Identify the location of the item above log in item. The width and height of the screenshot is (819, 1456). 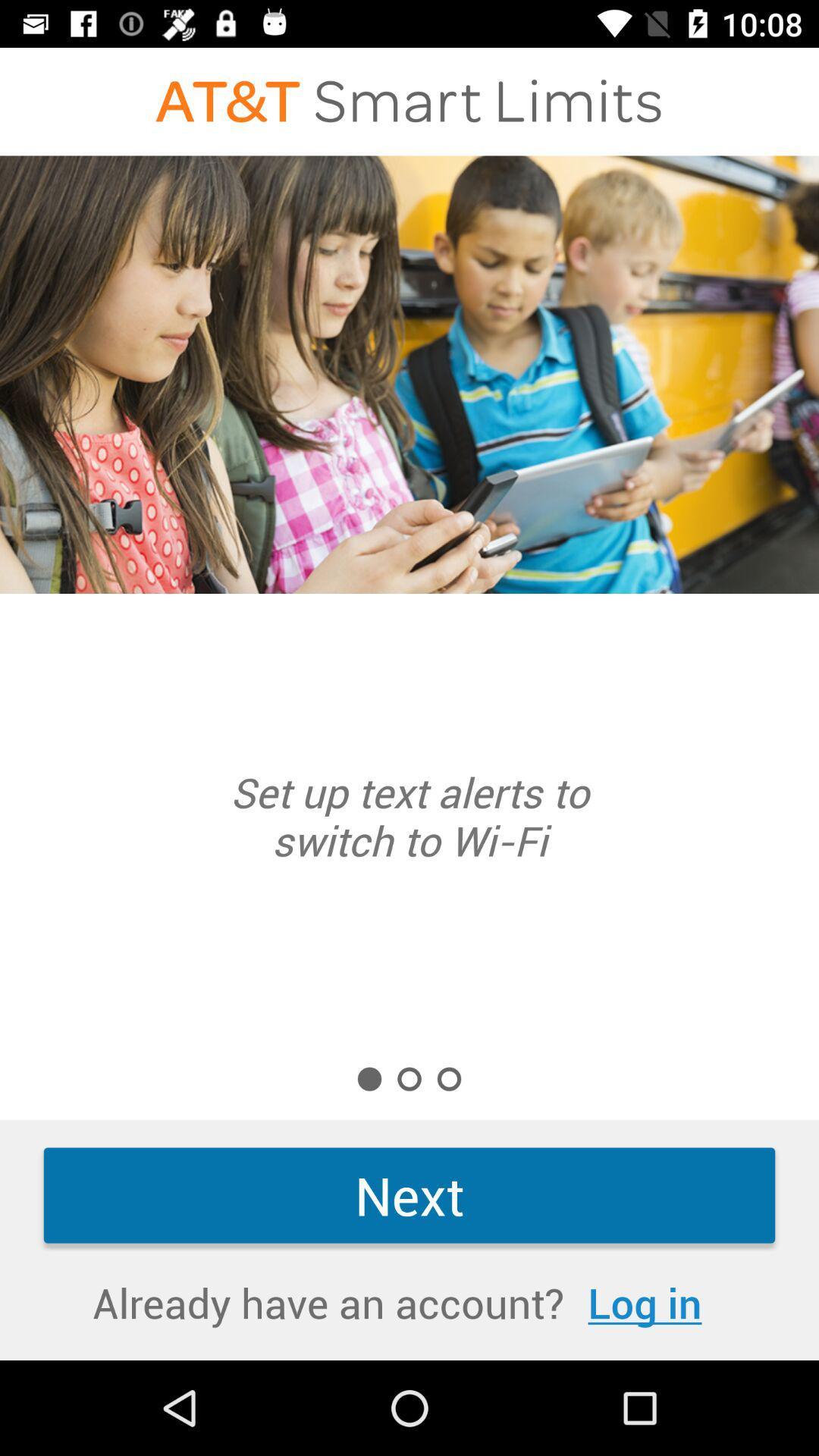
(409, 1194).